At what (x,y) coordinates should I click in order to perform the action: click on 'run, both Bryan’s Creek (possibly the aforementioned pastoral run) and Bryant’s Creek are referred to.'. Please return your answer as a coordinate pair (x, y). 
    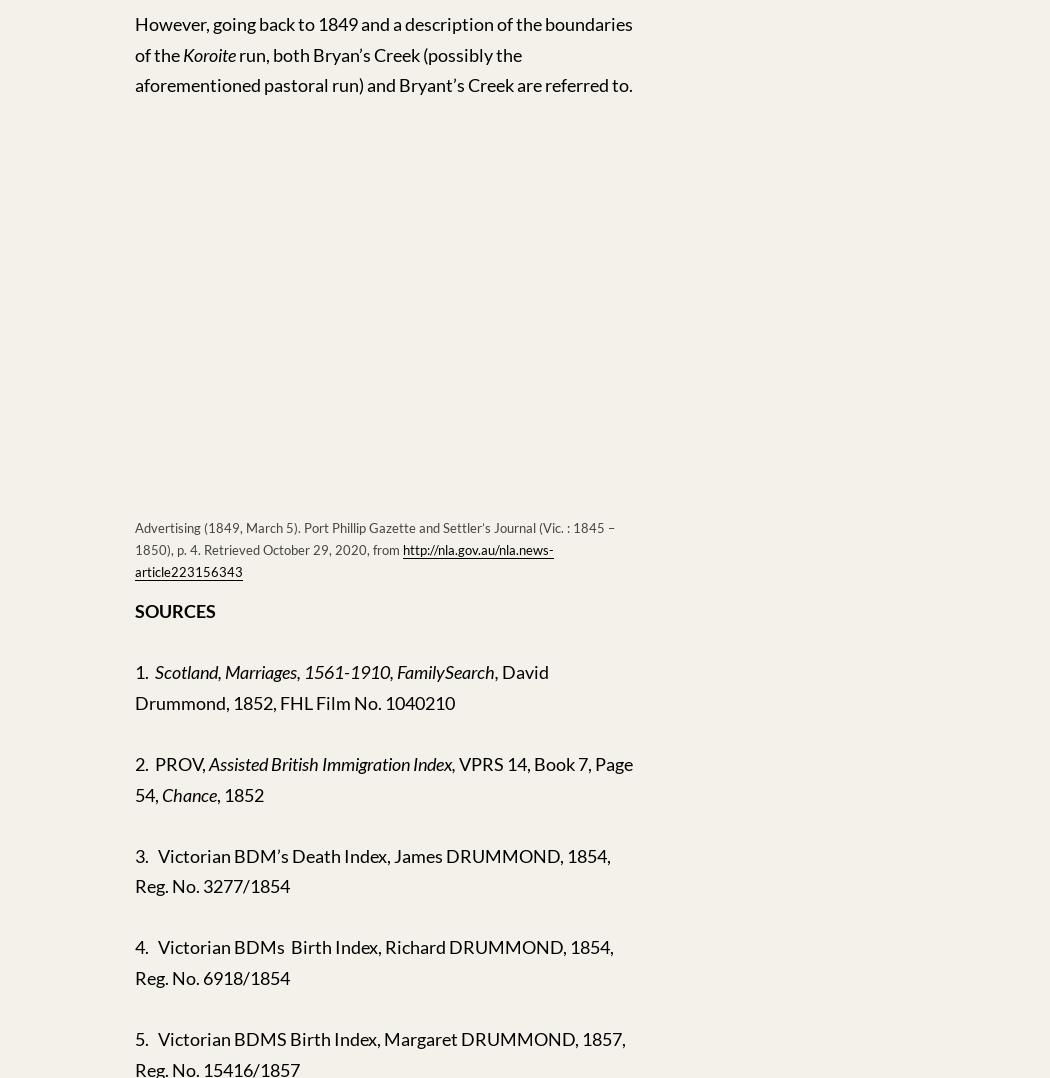
    Looking at the image, I should click on (385, 69).